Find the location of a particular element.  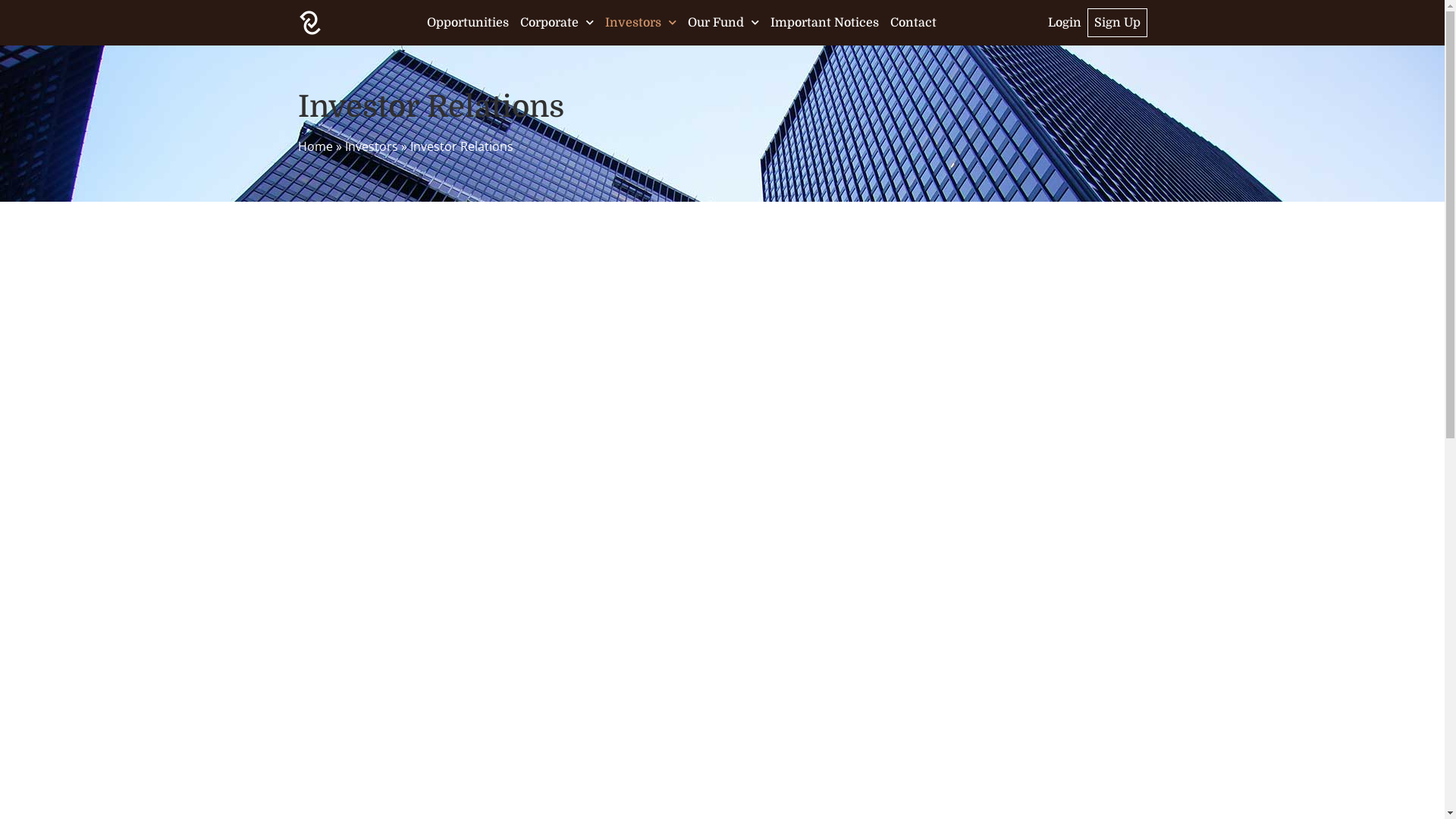

'Investors' is located at coordinates (371, 146).